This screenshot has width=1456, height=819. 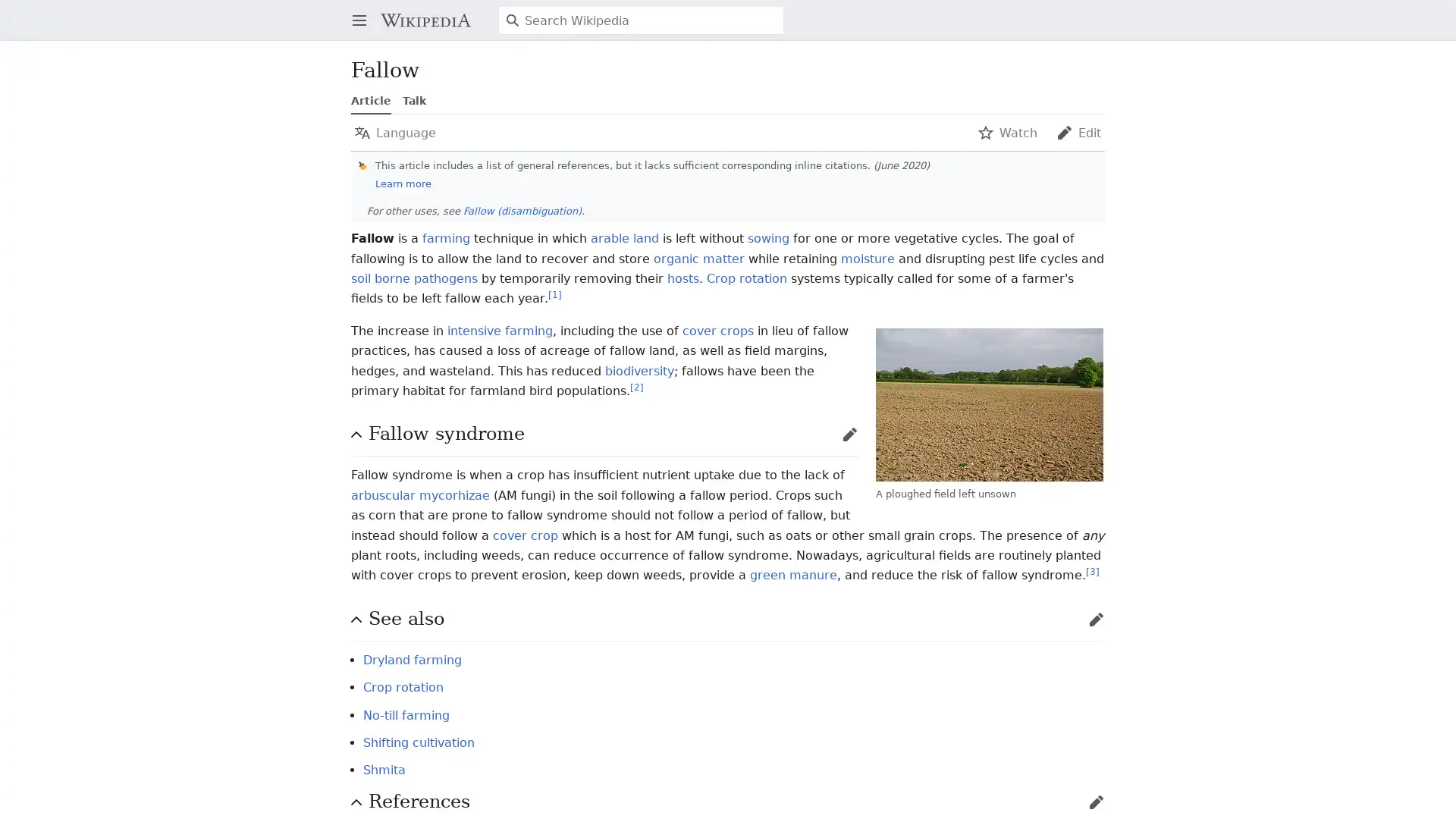 What do you see at coordinates (1007, 131) in the screenshot?
I see `Watch` at bounding box center [1007, 131].